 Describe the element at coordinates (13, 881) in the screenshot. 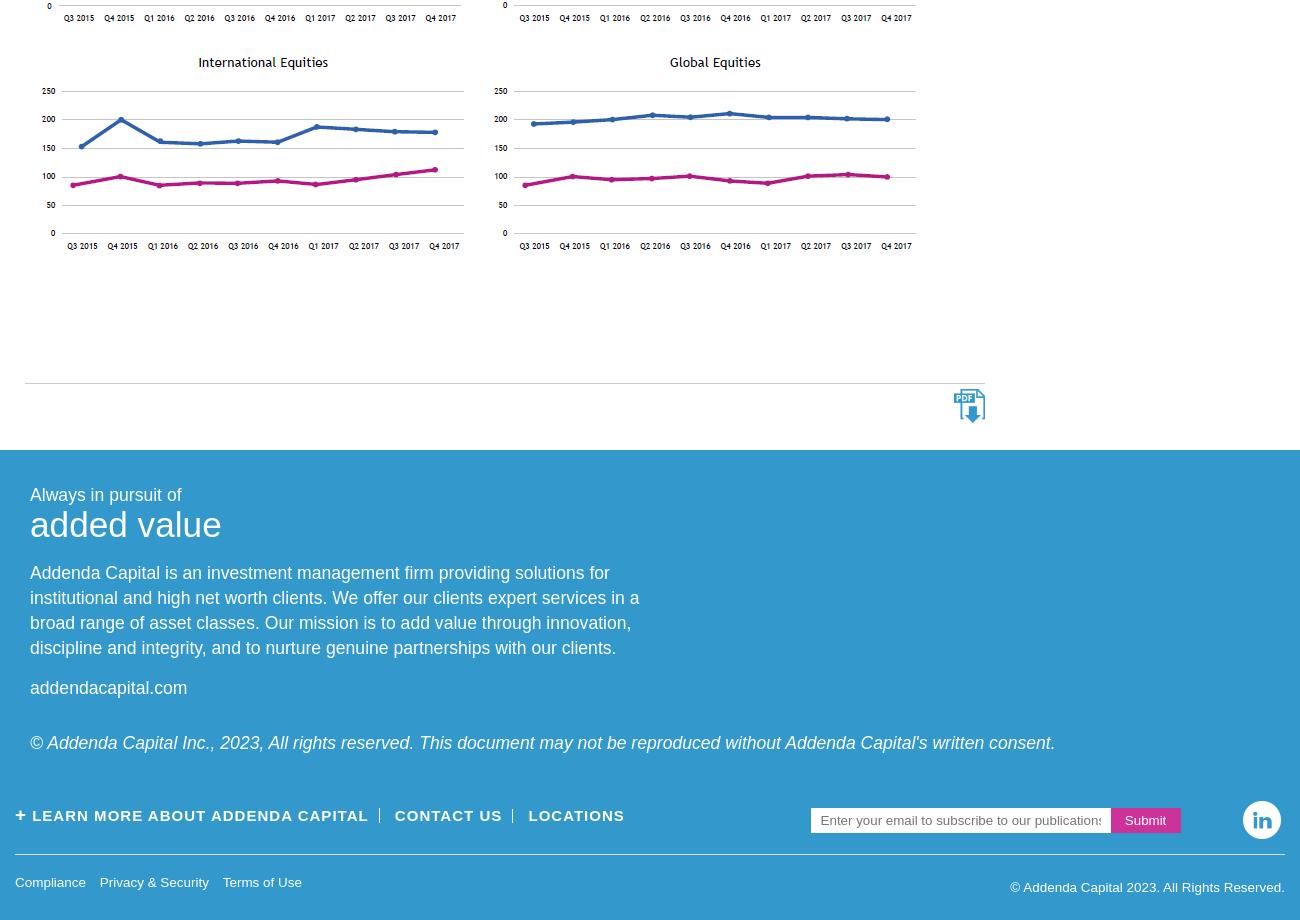

I see `'Compliance'` at that location.